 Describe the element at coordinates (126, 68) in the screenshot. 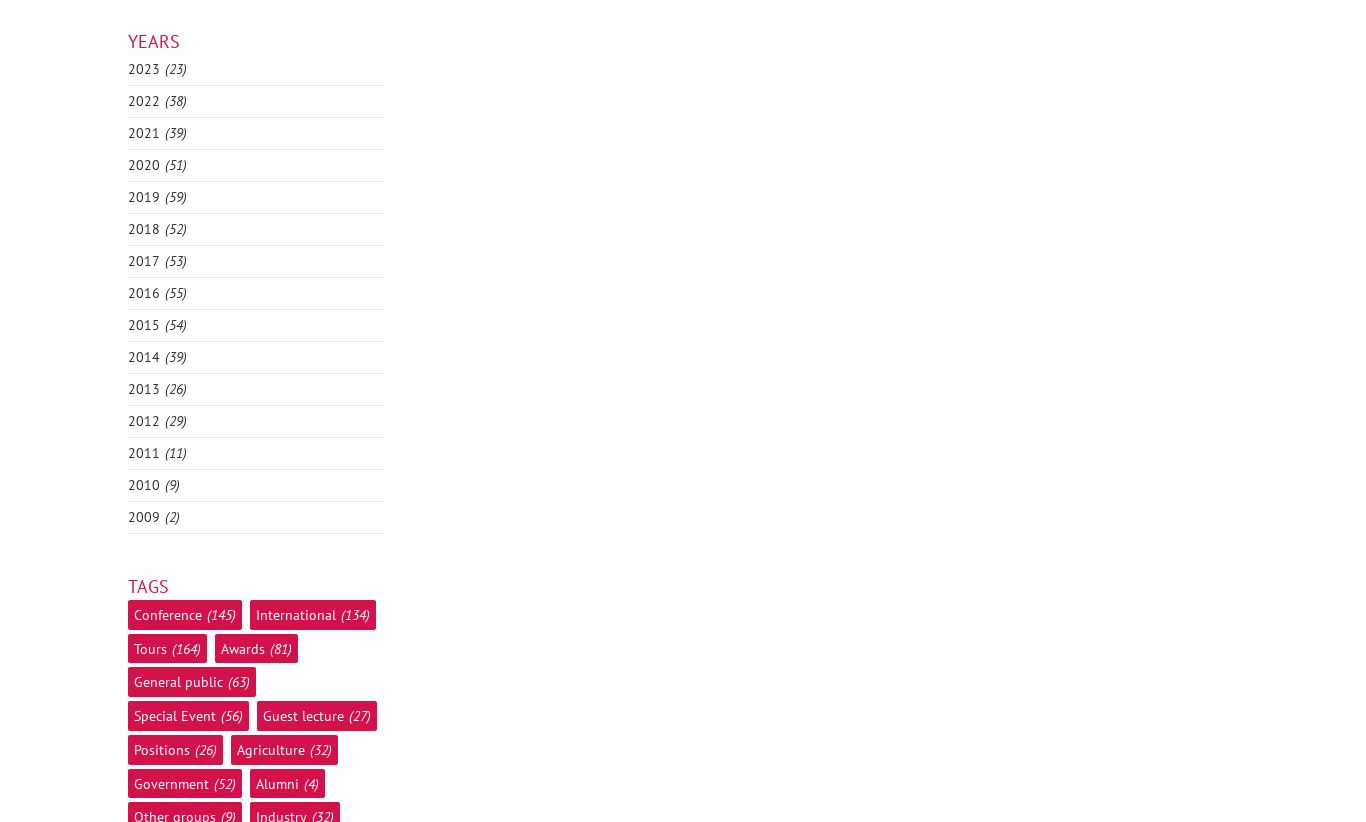

I see `'2023'` at that location.